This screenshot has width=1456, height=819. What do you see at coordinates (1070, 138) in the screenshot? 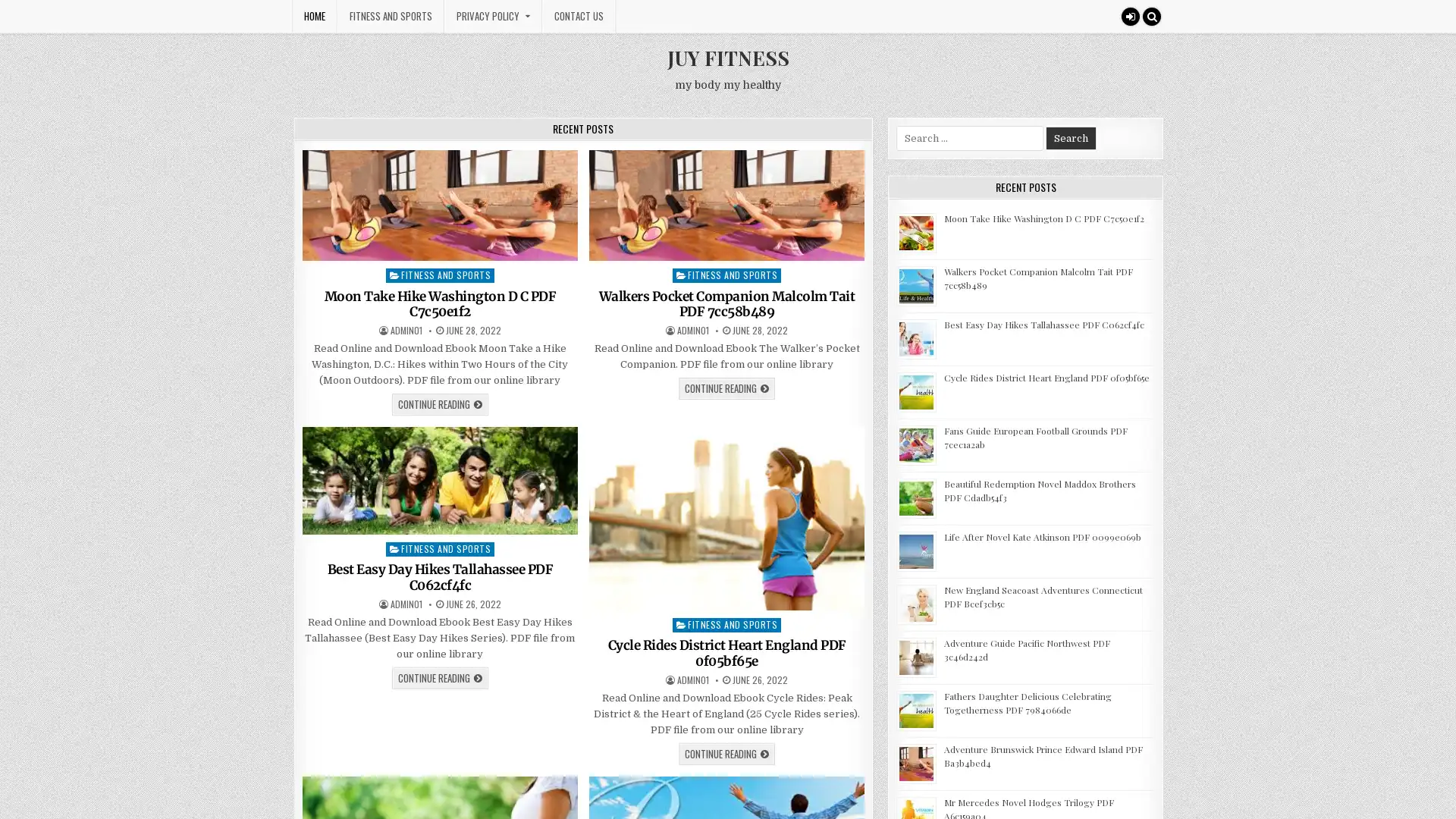
I see `Search` at bounding box center [1070, 138].